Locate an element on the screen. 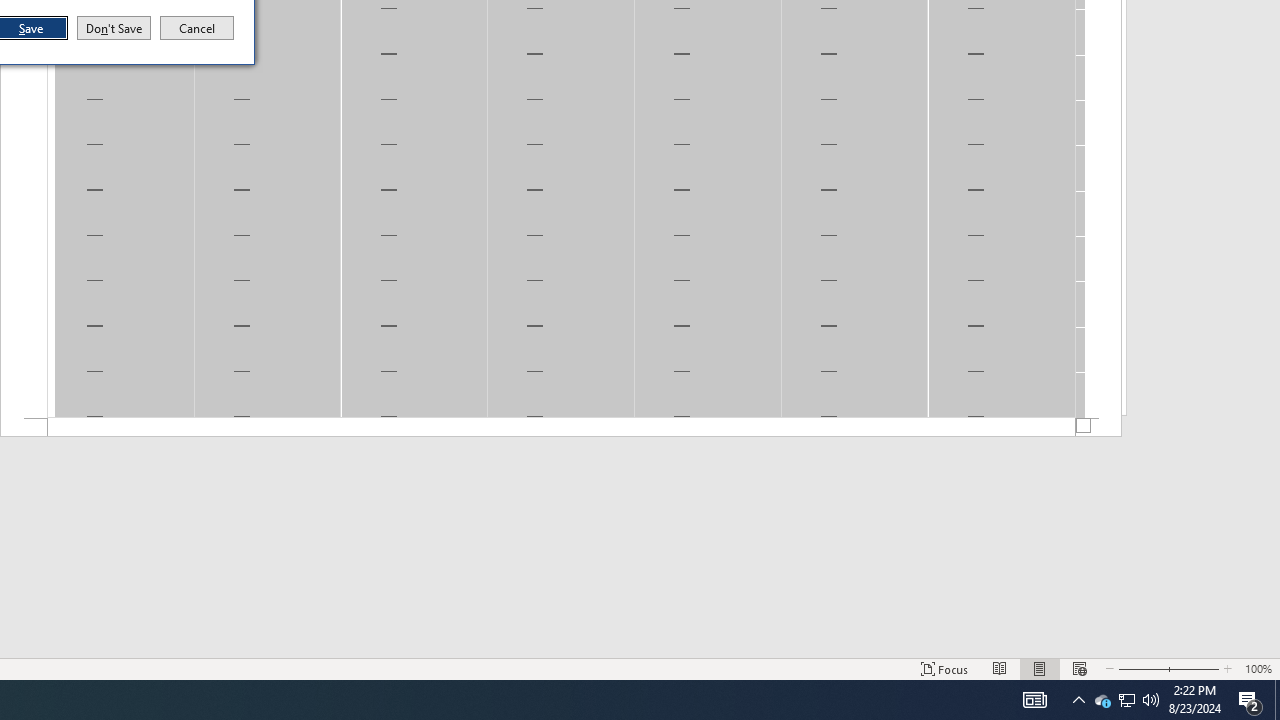 This screenshot has width=1280, height=720. 'Notification Chevron' is located at coordinates (1078, 698).